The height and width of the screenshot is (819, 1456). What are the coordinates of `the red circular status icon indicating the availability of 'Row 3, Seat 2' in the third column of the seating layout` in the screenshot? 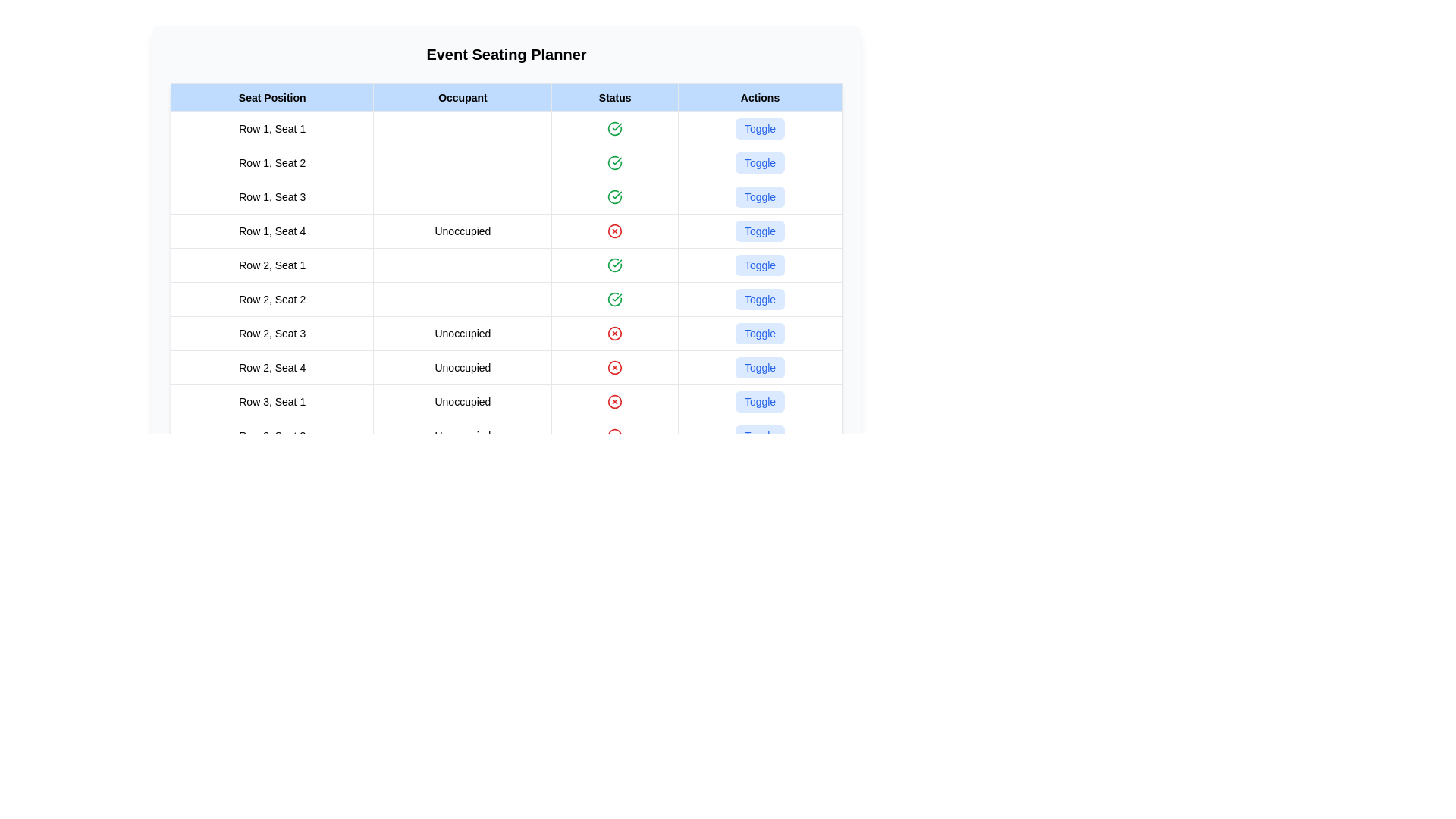 It's located at (615, 435).